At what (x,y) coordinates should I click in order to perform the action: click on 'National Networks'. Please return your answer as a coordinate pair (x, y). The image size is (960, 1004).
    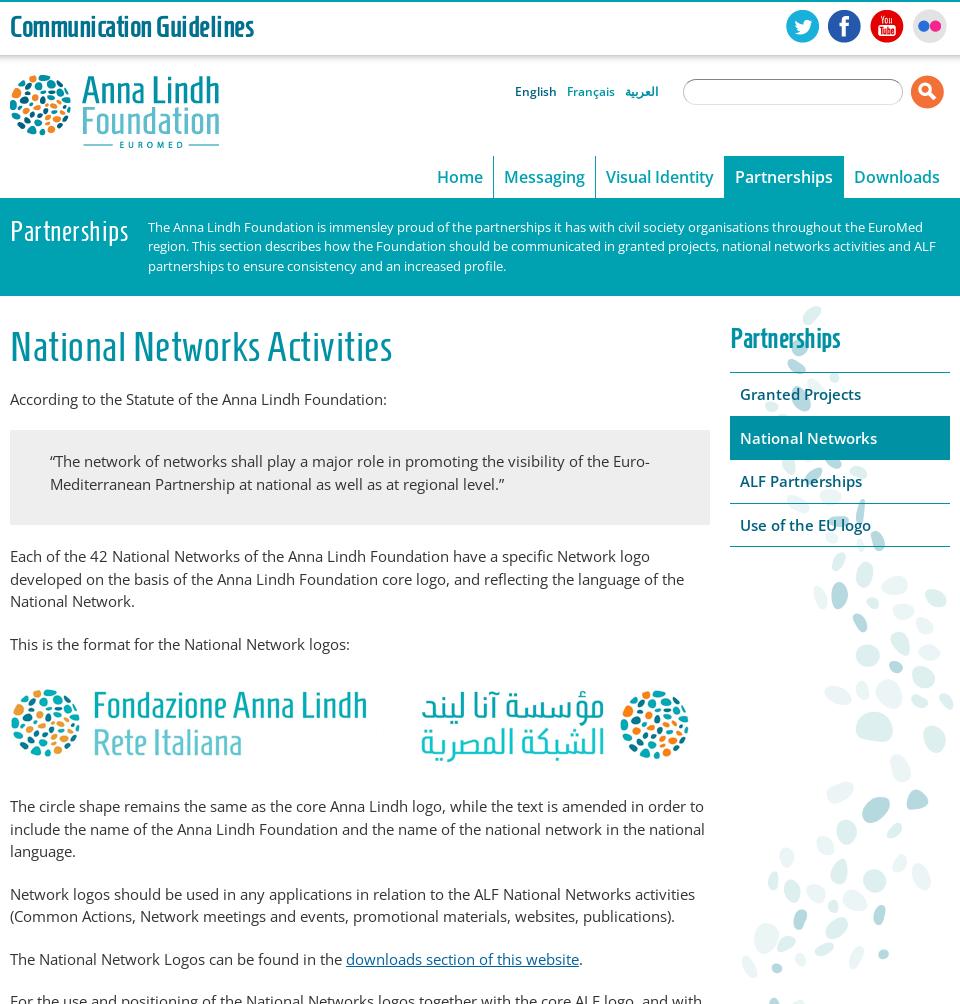
    Looking at the image, I should click on (808, 436).